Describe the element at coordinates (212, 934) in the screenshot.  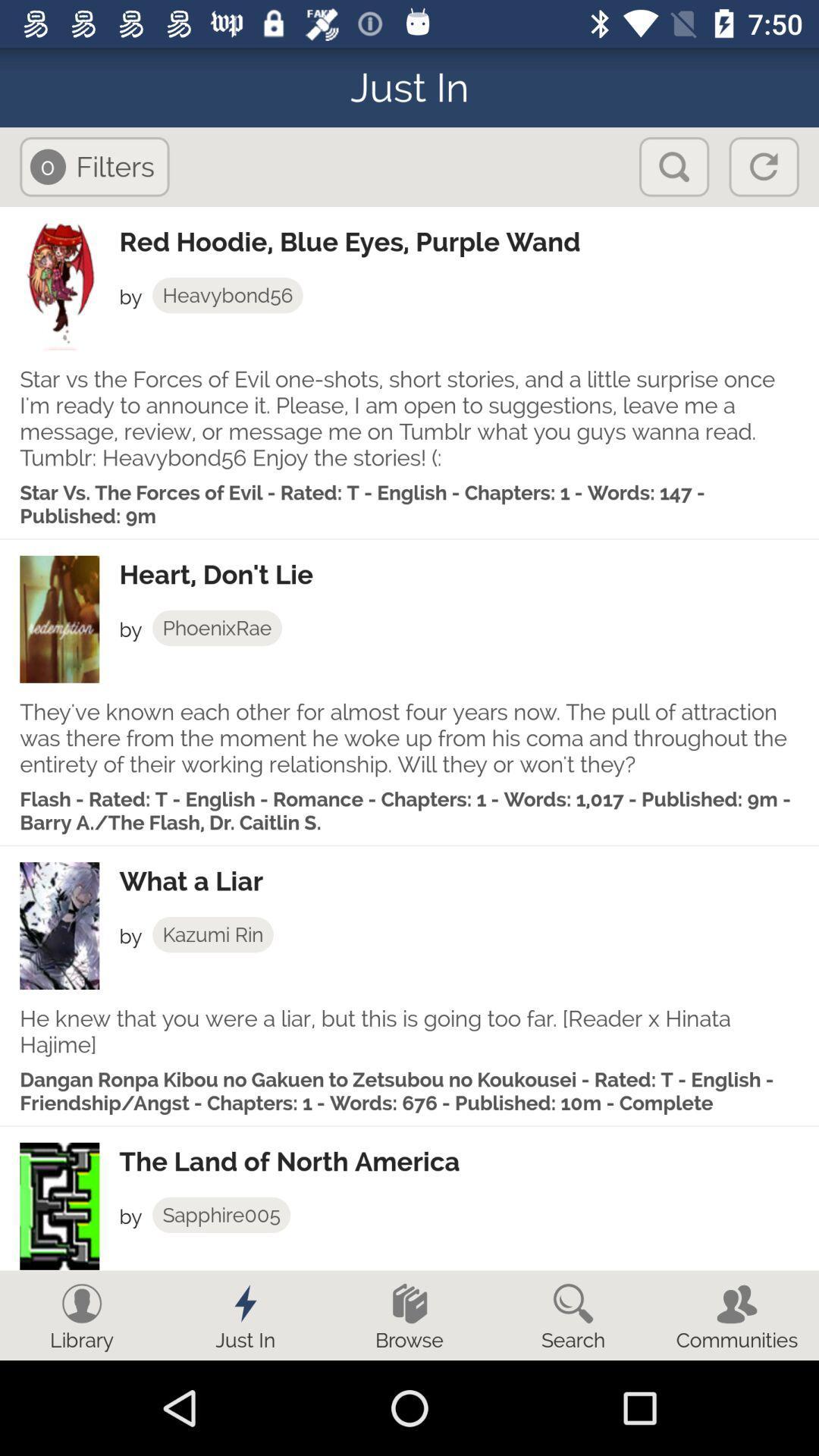
I see `app below what a liar icon` at that location.